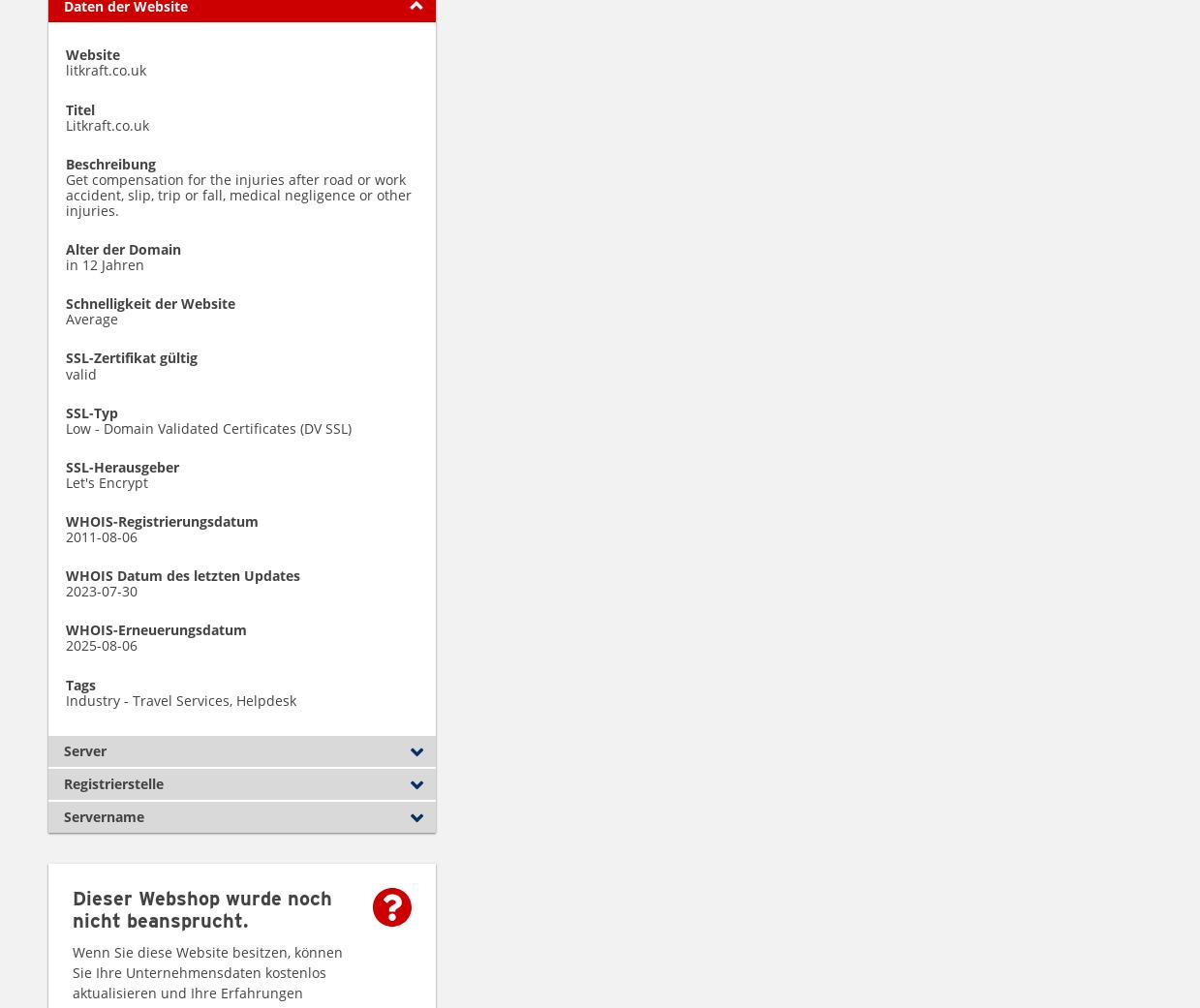 The height and width of the screenshot is (1008, 1200). Describe the element at coordinates (179, 698) in the screenshot. I see `'Industry - Travel Services, Helpdesk'` at that location.